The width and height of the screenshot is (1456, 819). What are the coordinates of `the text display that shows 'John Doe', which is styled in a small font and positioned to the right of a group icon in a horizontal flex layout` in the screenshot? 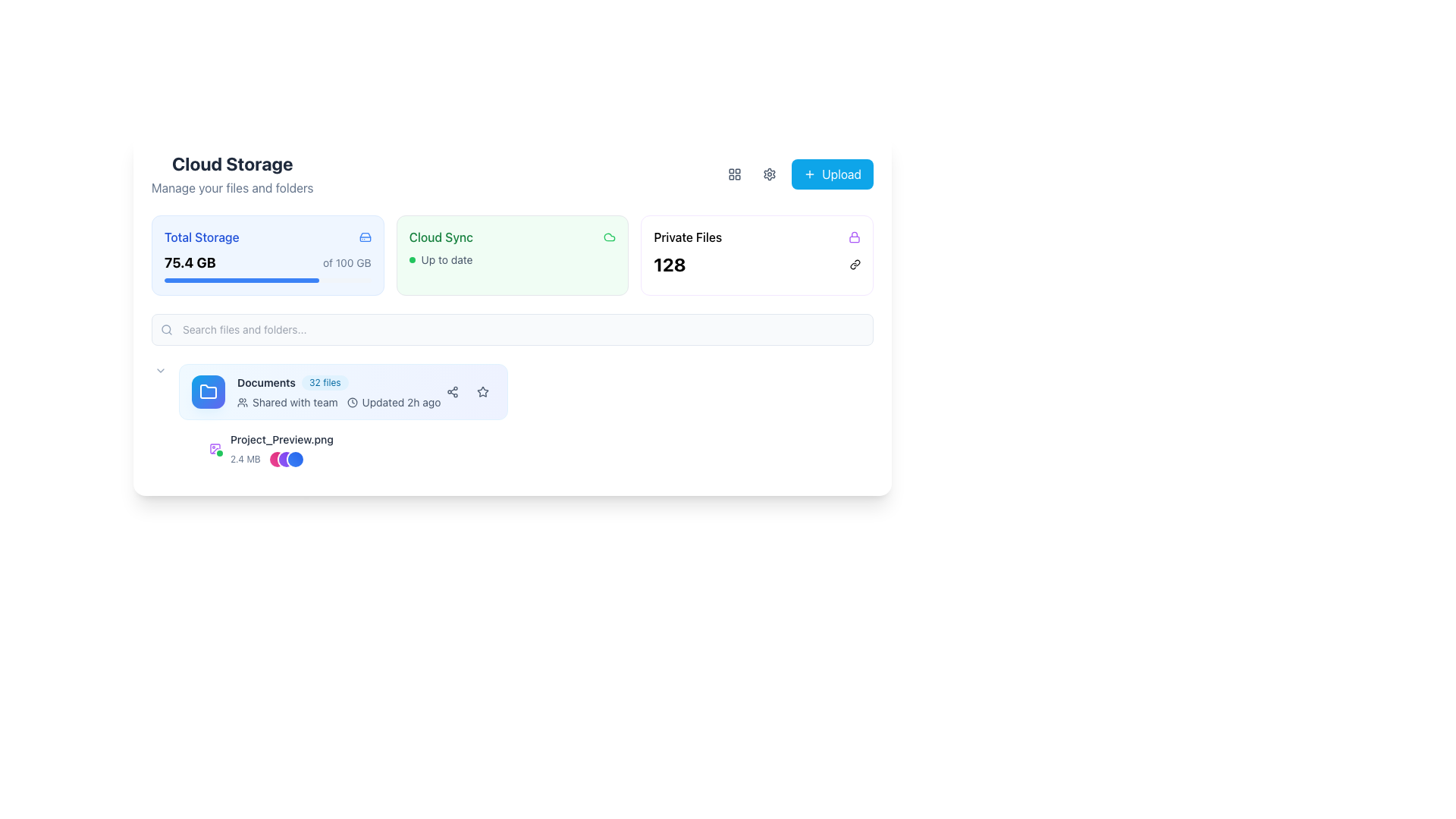 It's located at (234, 281).